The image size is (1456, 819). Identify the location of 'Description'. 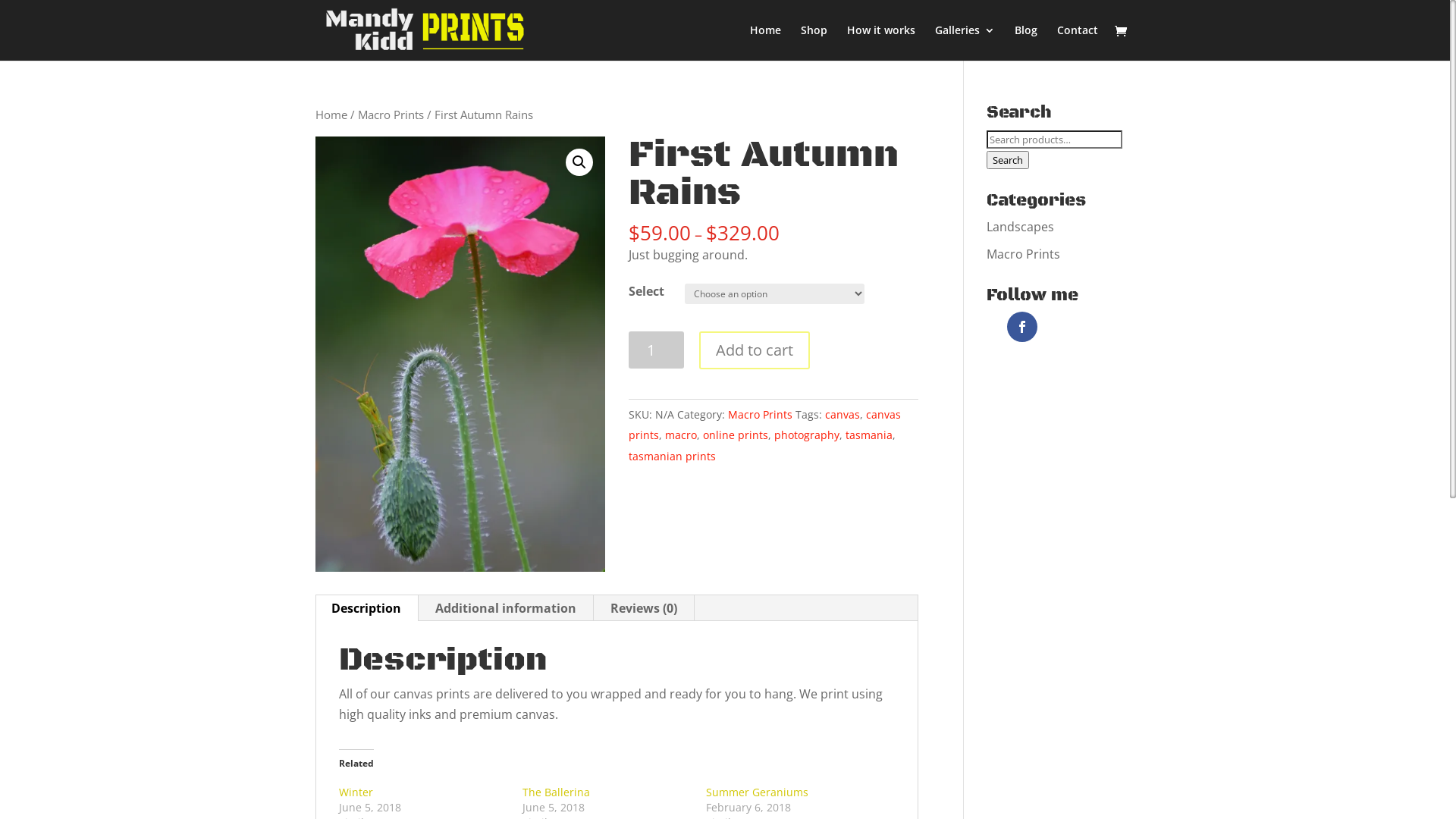
(366, 607).